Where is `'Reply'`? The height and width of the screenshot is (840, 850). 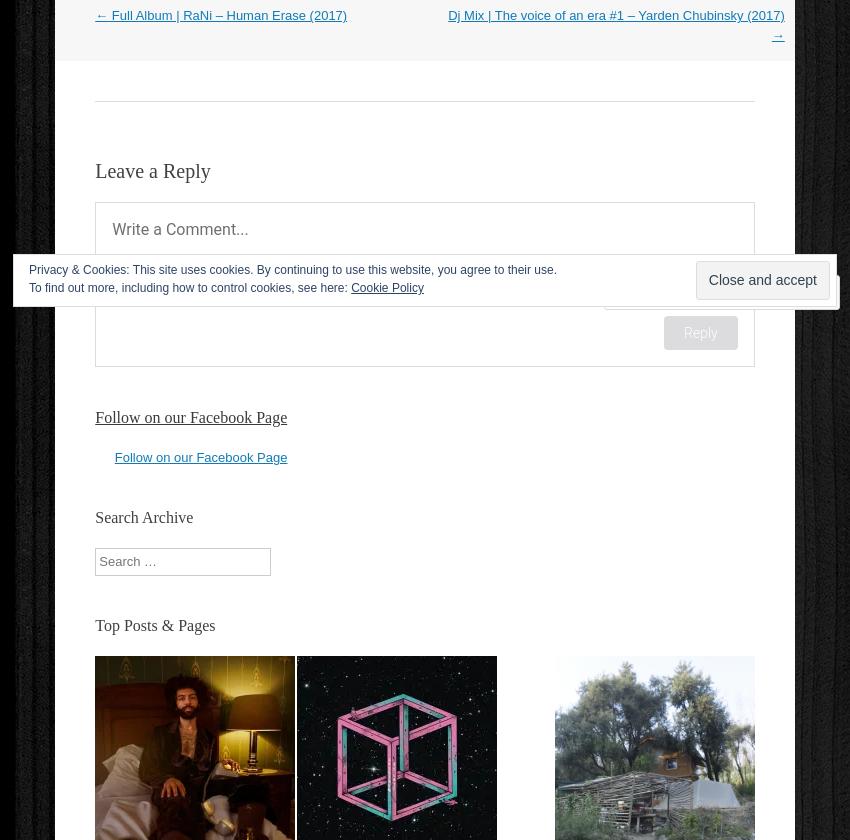 'Reply' is located at coordinates (699, 332).